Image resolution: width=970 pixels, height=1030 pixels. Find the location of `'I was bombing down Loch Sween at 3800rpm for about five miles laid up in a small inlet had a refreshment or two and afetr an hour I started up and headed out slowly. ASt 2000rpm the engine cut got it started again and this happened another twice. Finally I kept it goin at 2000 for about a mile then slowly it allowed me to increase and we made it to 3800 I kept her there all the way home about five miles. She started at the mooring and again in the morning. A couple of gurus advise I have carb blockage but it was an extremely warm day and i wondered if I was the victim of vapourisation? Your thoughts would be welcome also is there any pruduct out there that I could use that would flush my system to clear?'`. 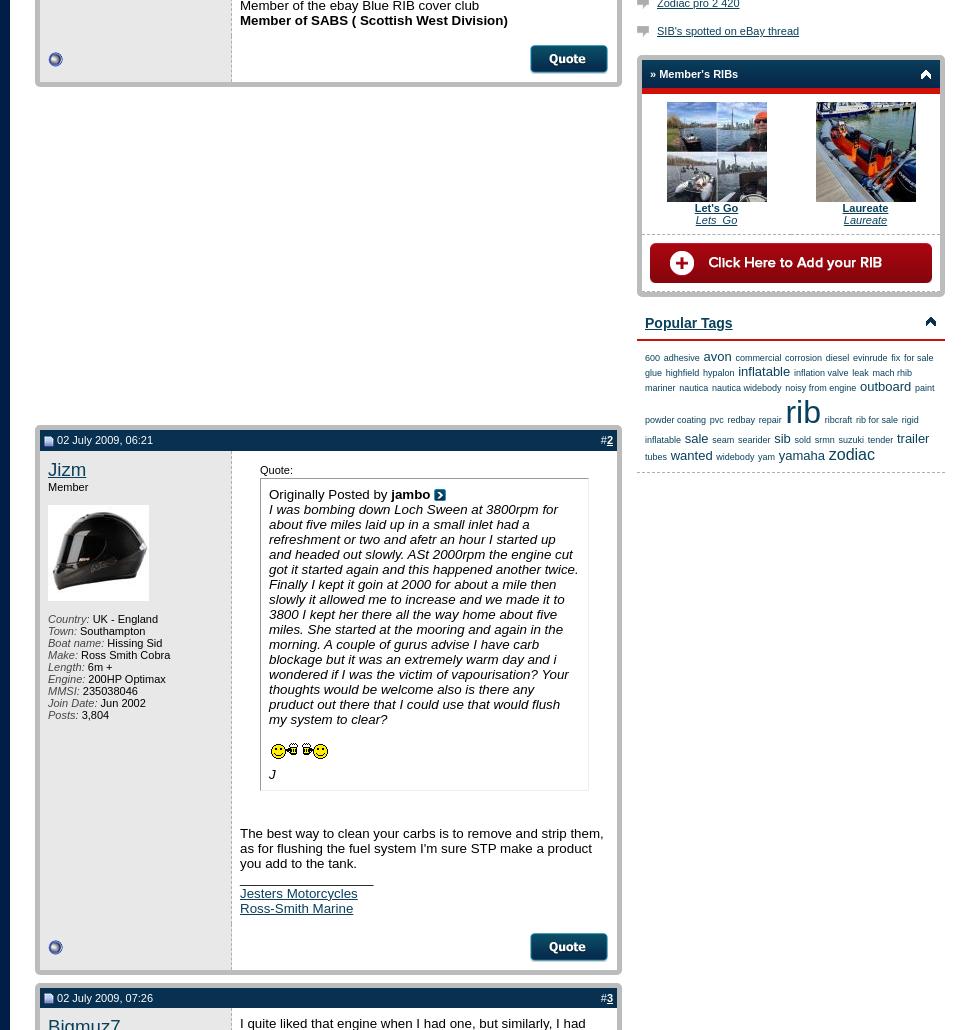

'I was bombing down Loch Sween at 3800rpm for about five miles laid up in a small inlet had a refreshment or two and afetr an hour I started up and headed out slowly. ASt 2000rpm the engine cut got it started again and this happened another twice. Finally I kept it goin at 2000 for about a mile then slowly it allowed me to increase and we made it to 3800 I kept her there all the way home about five miles. She started at the mooring and again in the morning. A couple of gurus advise I have carb blockage but it was an extremely warm day and i wondered if I was the victim of vapourisation? Your thoughts would be welcome also is there any pruduct out there that I could use that would flush my system to clear?' is located at coordinates (267, 612).